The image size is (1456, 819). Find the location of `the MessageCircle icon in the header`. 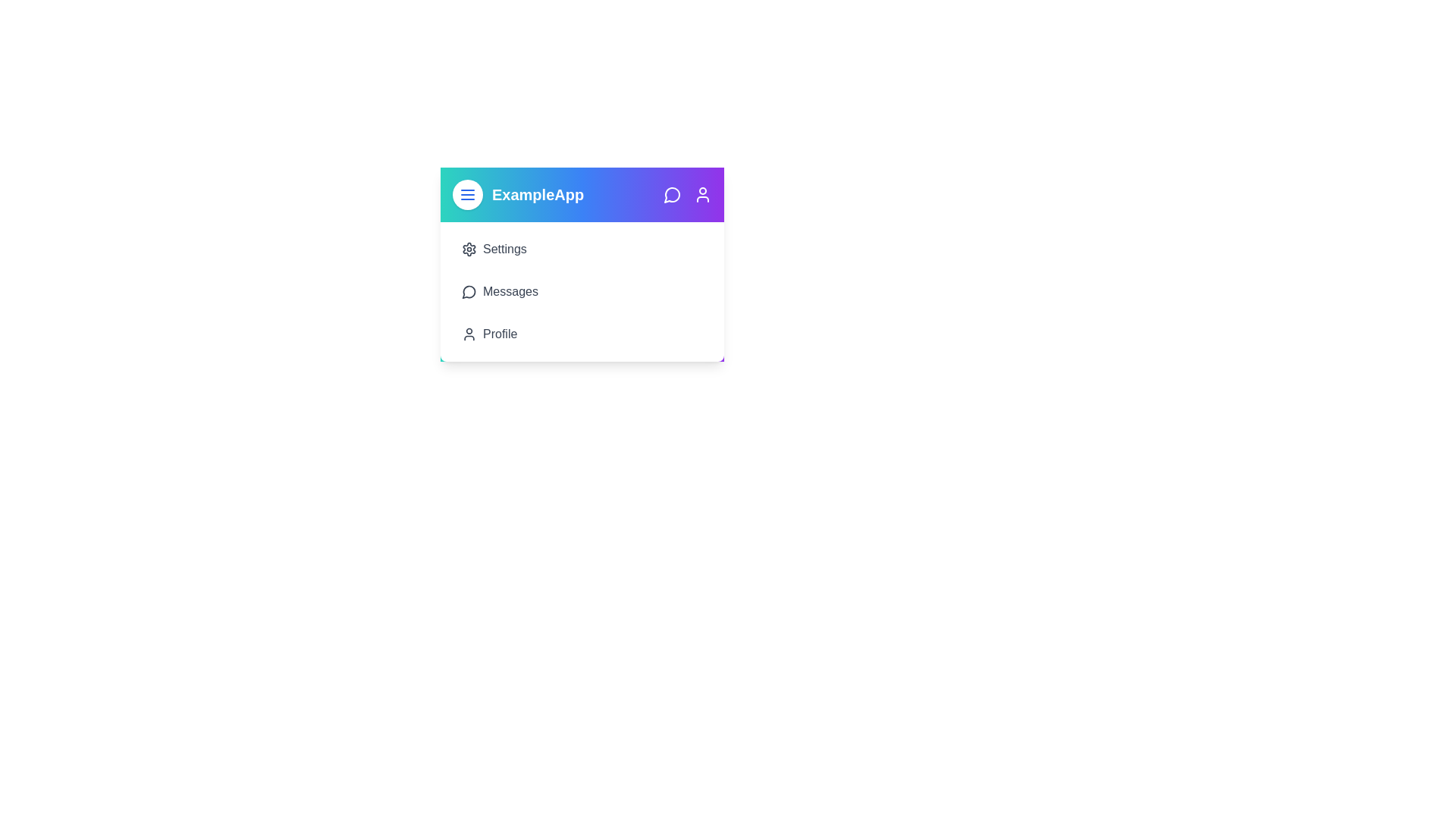

the MessageCircle icon in the header is located at coordinates (672, 194).